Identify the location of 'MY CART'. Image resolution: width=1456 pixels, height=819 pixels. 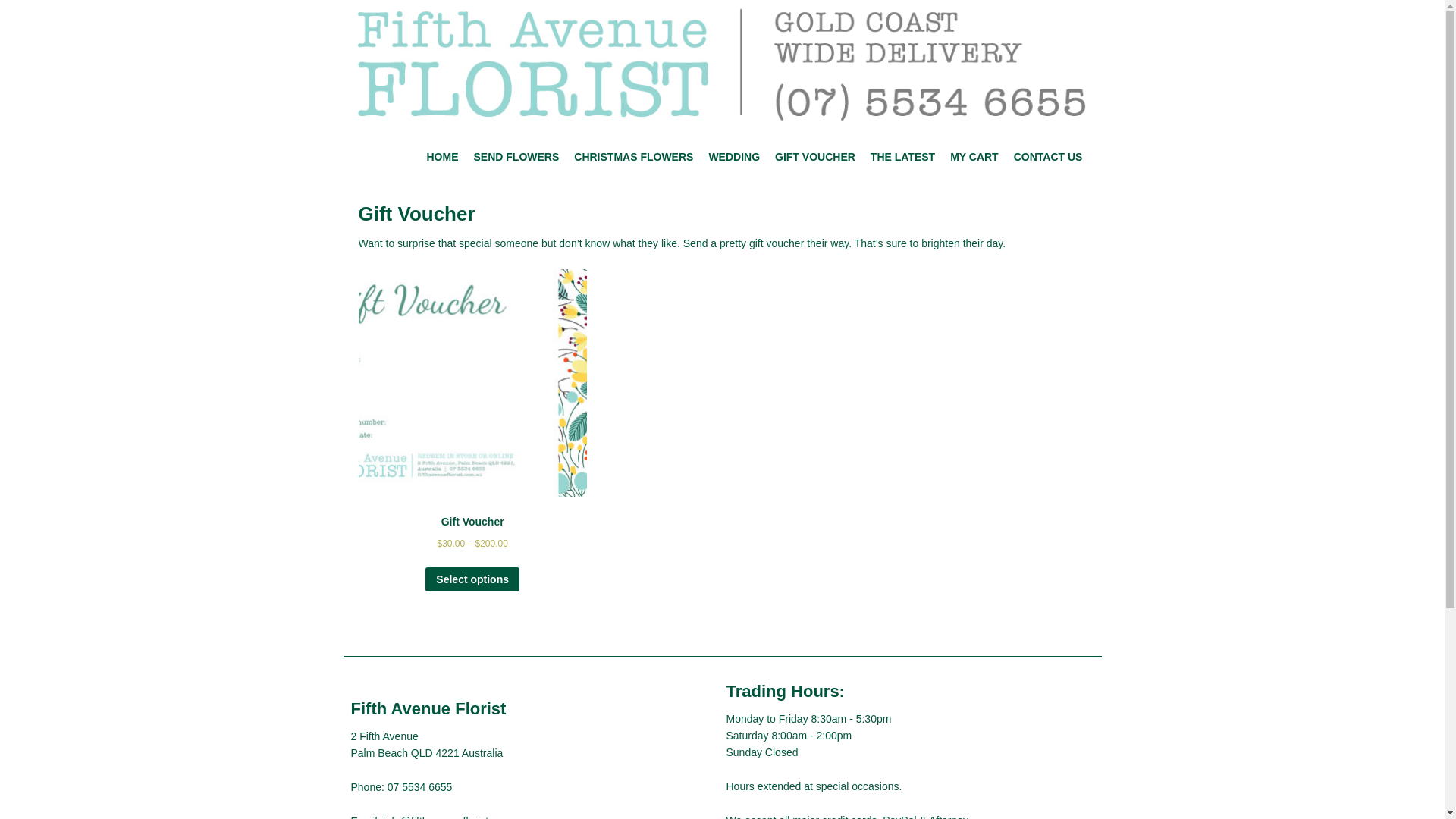
(974, 157).